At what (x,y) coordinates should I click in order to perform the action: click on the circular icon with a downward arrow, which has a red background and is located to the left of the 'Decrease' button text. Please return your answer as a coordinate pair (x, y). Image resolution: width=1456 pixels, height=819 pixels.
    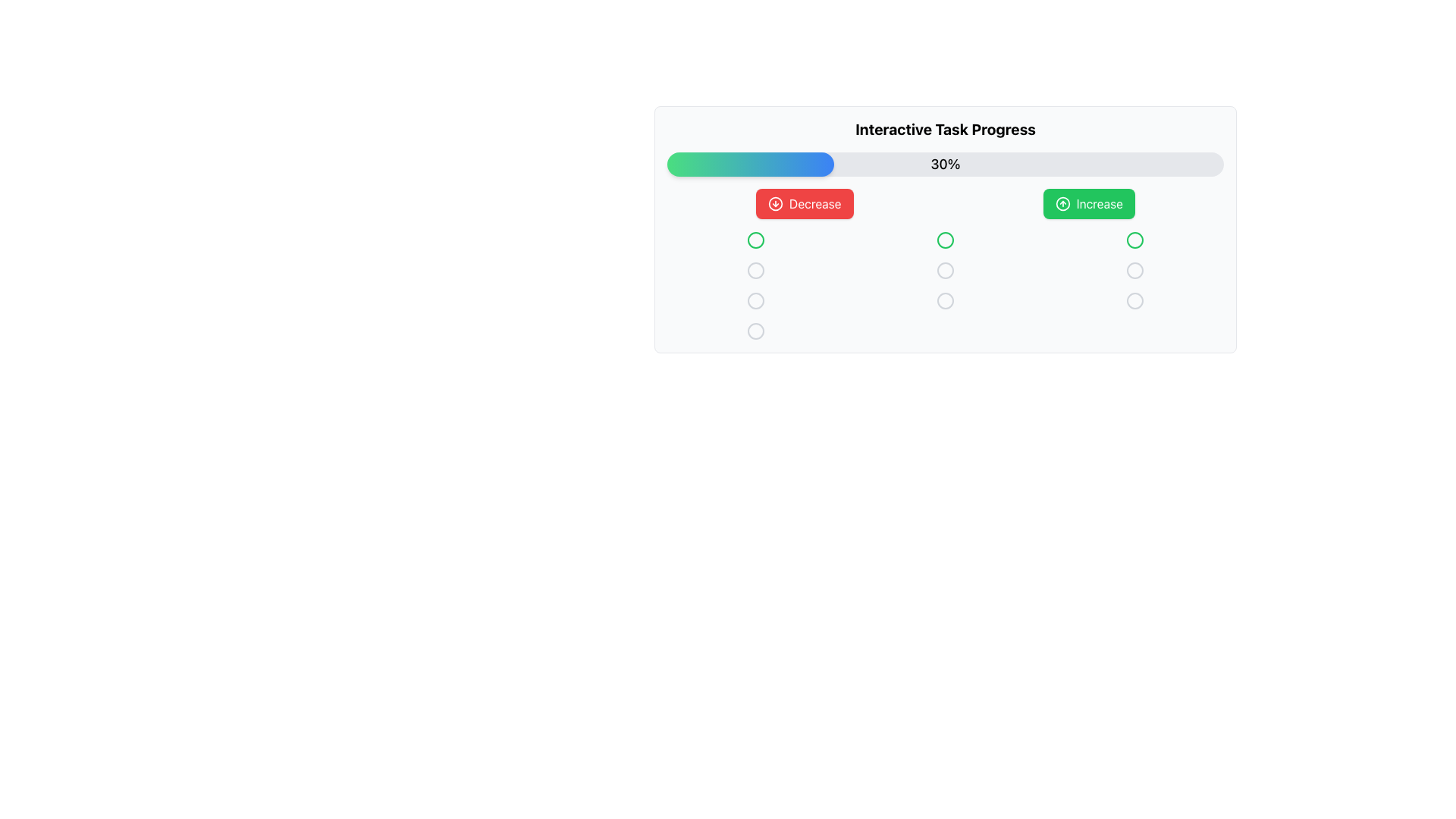
    Looking at the image, I should click on (775, 203).